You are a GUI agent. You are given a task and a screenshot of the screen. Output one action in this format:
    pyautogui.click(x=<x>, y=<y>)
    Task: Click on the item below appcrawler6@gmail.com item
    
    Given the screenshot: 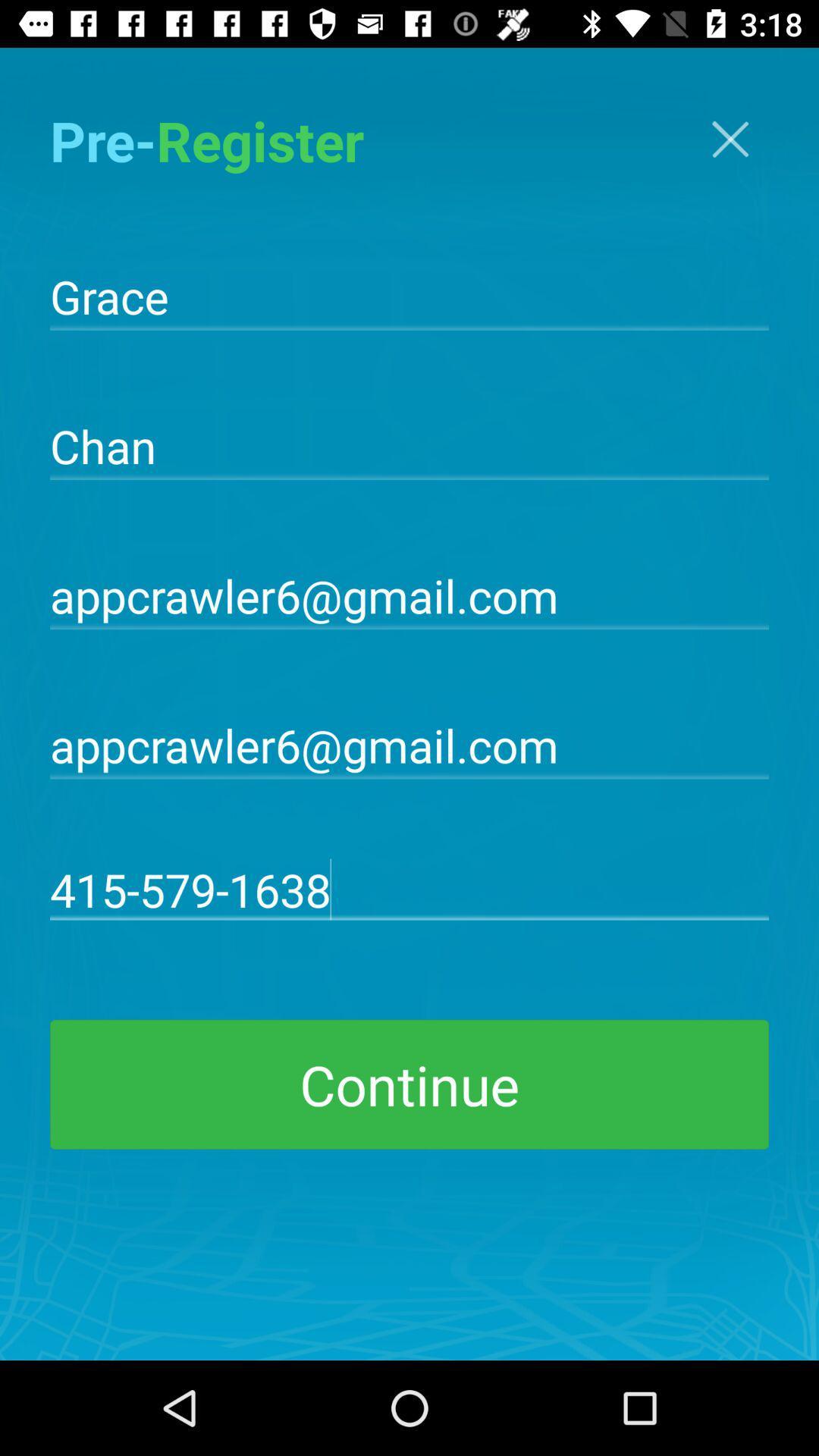 What is the action you would take?
    pyautogui.click(x=409, y=889)
    